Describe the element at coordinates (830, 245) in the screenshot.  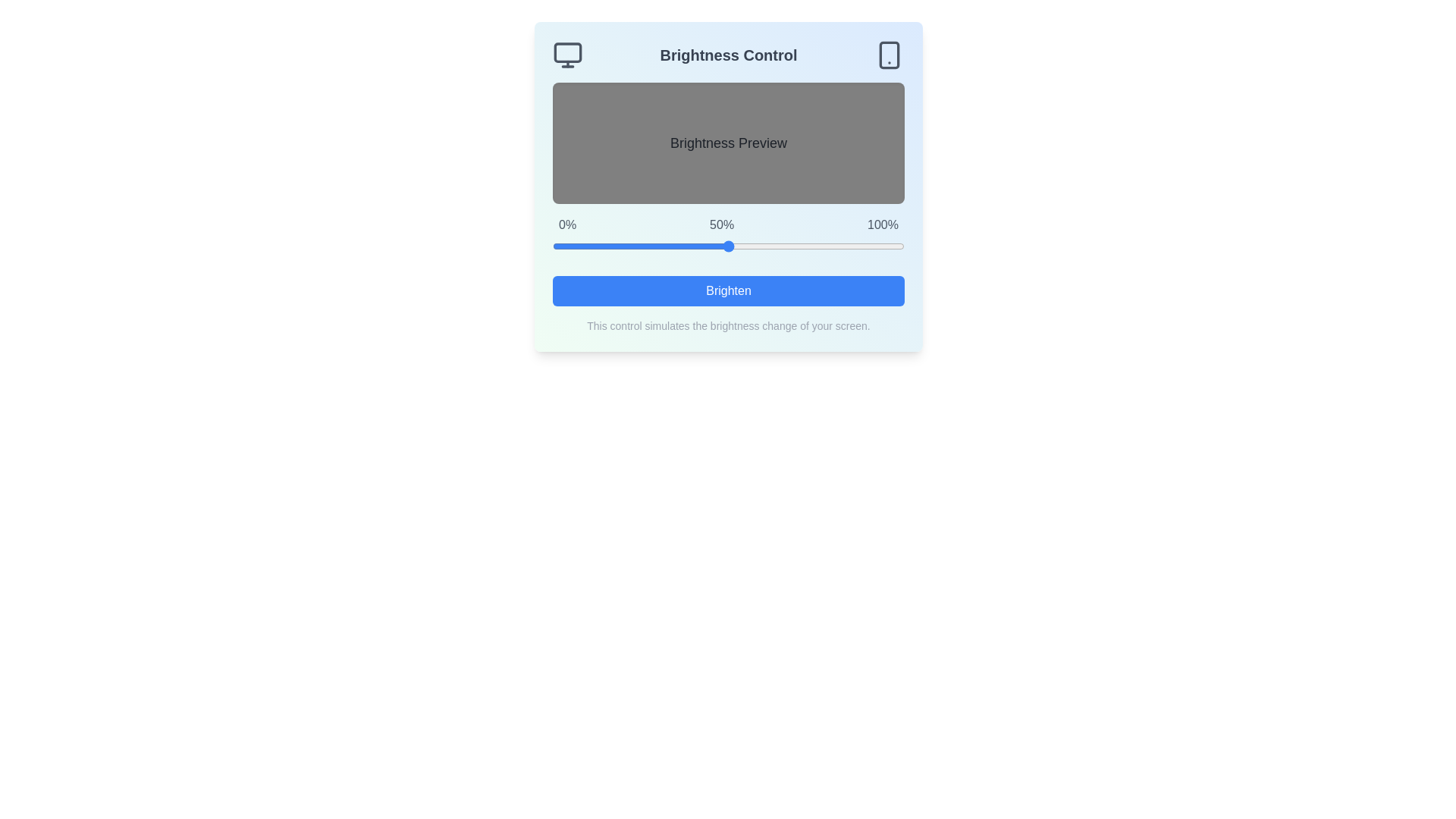
I see `the brightness slider to set the brightness level to 79%` at that location.